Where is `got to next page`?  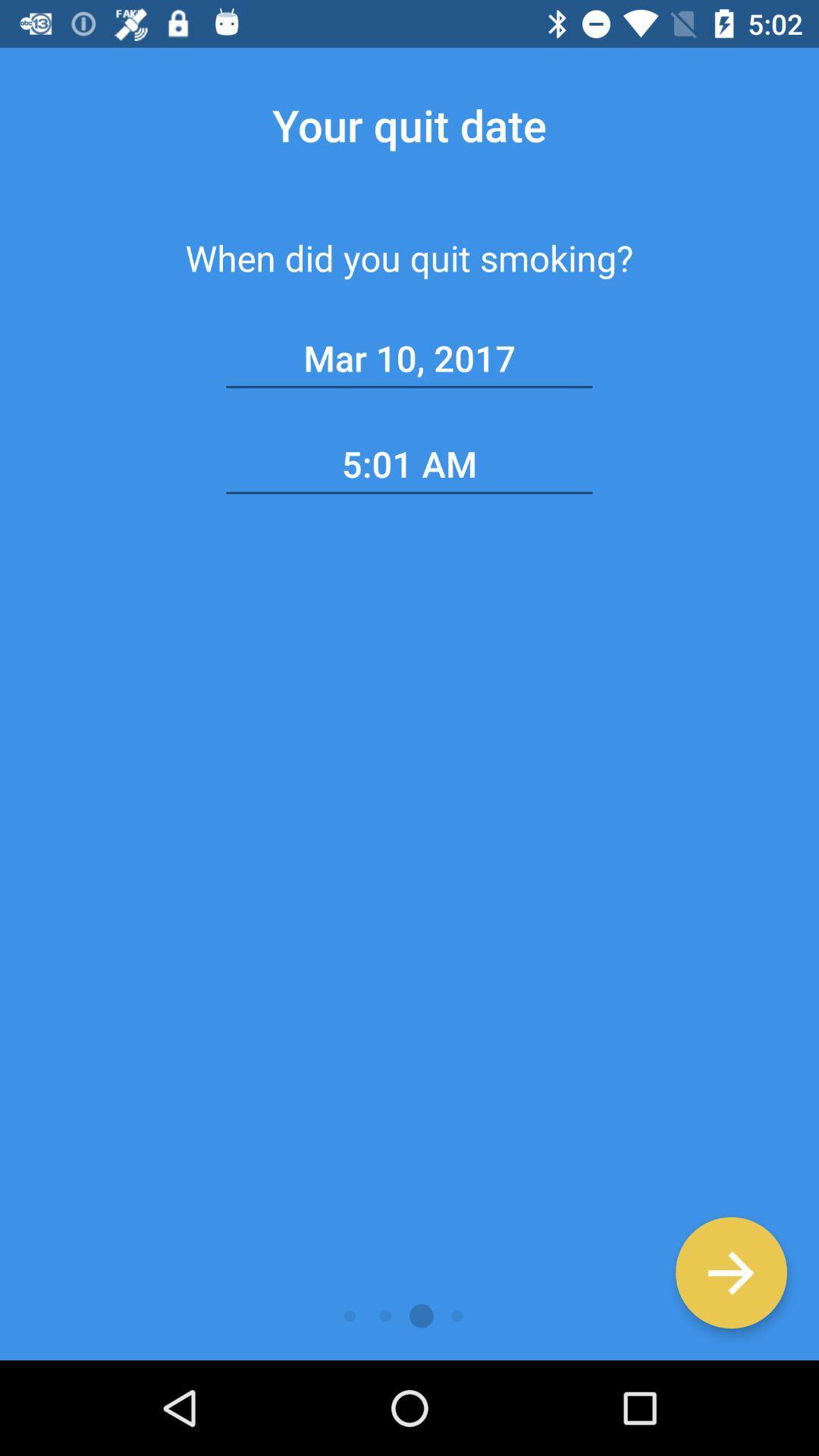 got to next page is located at coordinates (730, 1272).